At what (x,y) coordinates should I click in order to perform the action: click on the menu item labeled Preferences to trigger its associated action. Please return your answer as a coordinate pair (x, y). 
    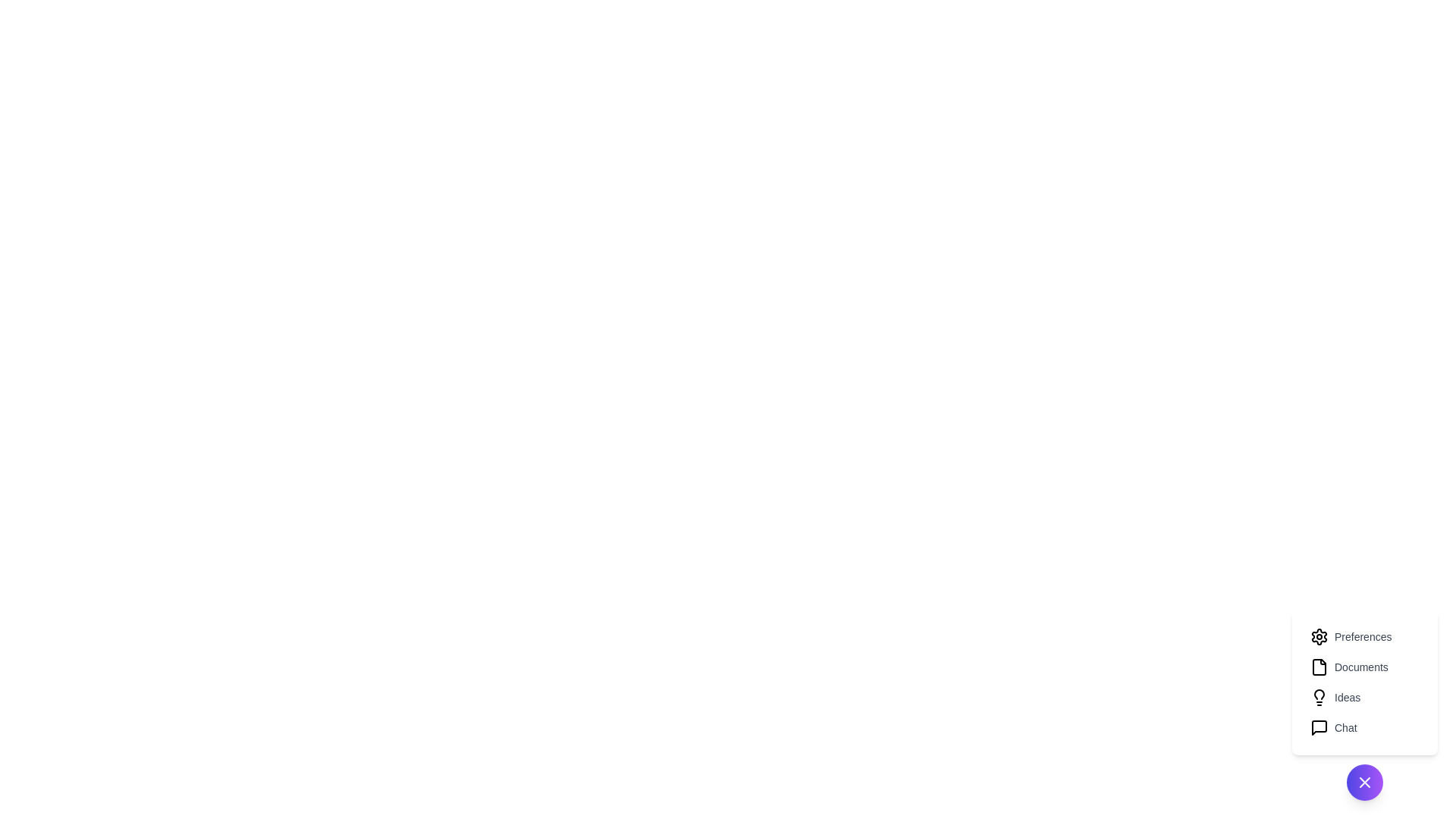
    Looking at the image, I should click on (1365, 637).